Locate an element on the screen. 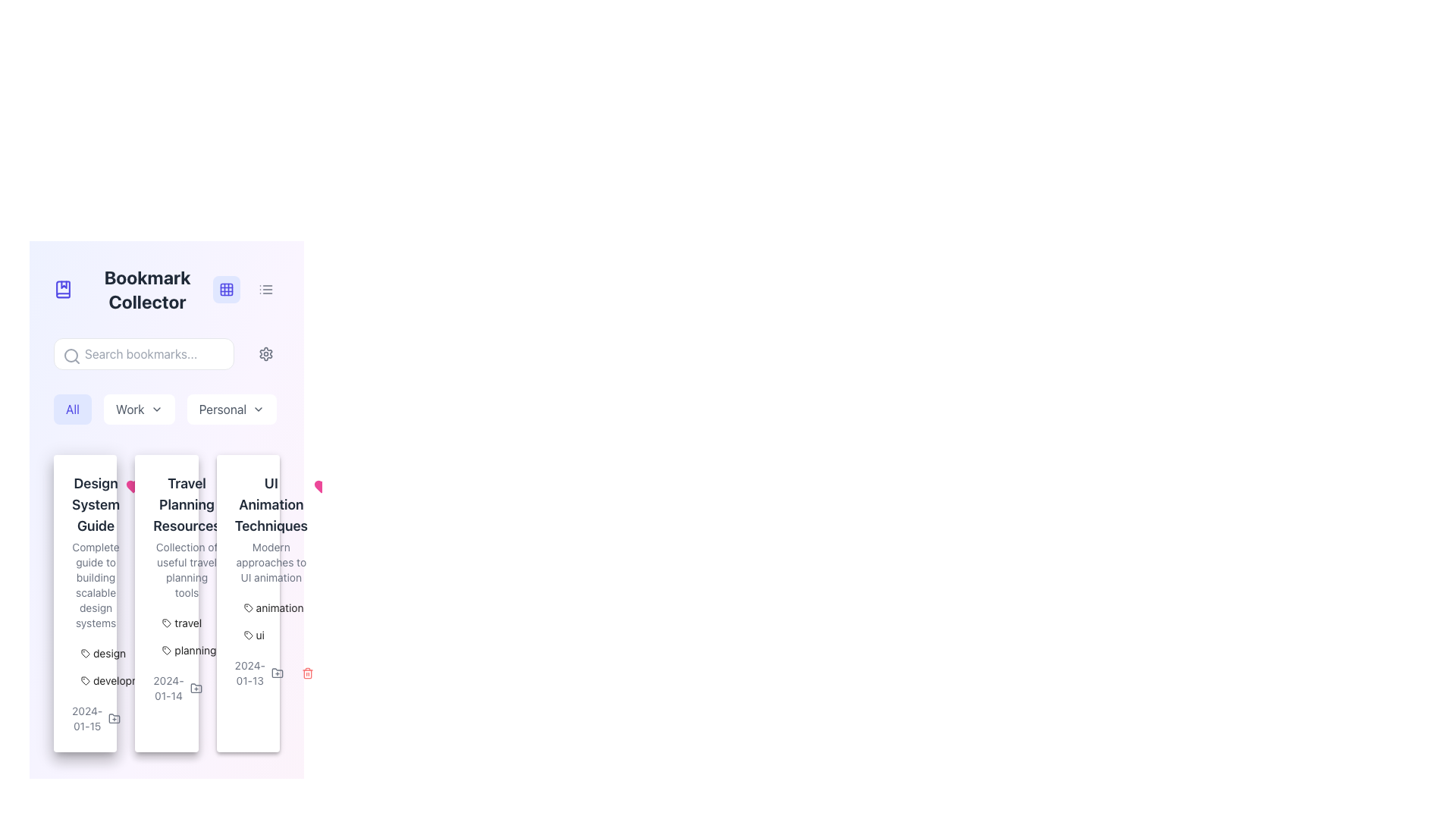 This screenshot has height=819, width=1456. the downward-facing chevron icon located on the right side of the 'Work' button within the filter section below the 'Bookmark Collector' header is located at coordinates (156, 409).